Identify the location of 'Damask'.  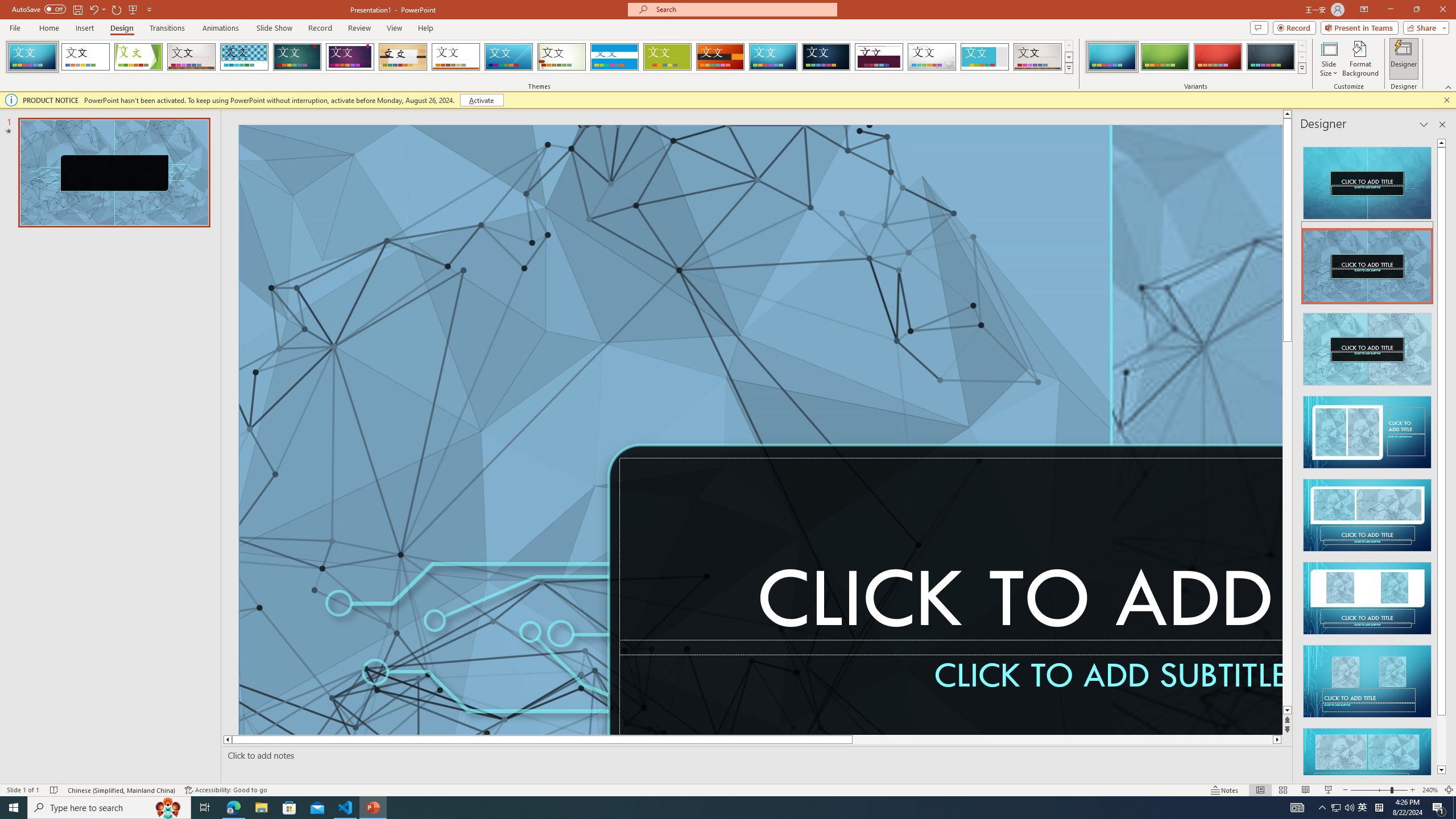
(825, 56).